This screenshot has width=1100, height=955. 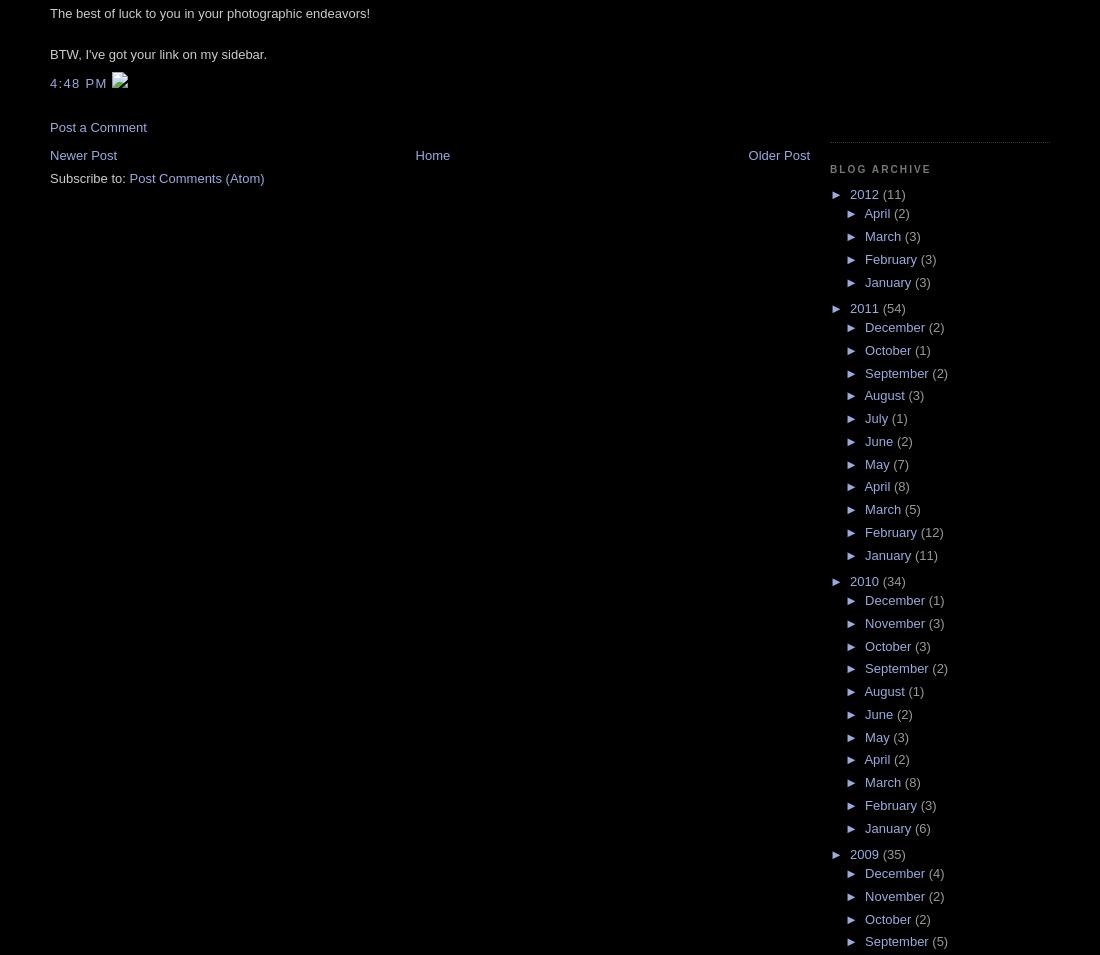 What do you see at coordinates (922, 827) in the screenshot?
I see `'(6)'` at bounding box center [922, 827].